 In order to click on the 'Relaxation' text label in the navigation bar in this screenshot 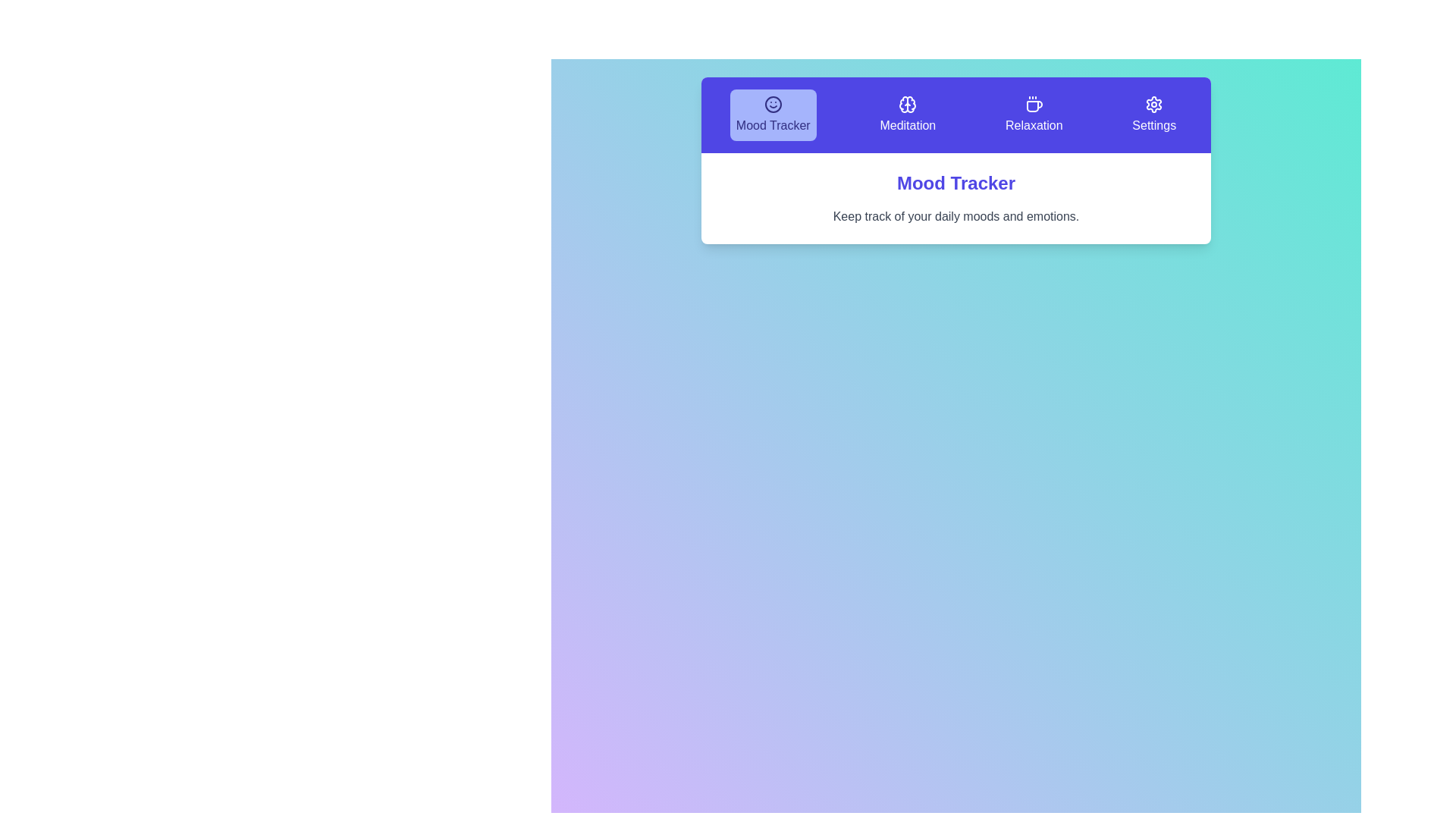, I will do `click(1033, 124)`.